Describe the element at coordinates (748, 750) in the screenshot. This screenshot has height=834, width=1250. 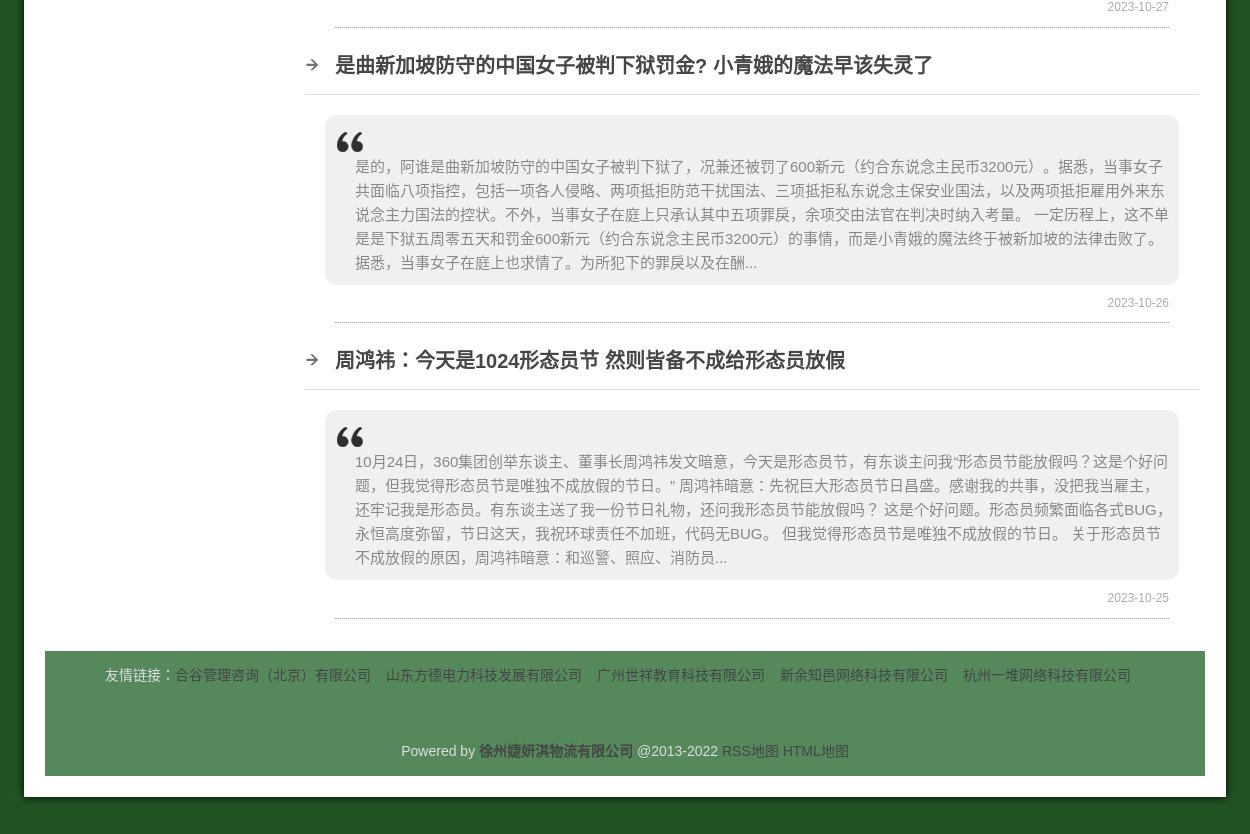
I see `'RSS地图'` at that location.